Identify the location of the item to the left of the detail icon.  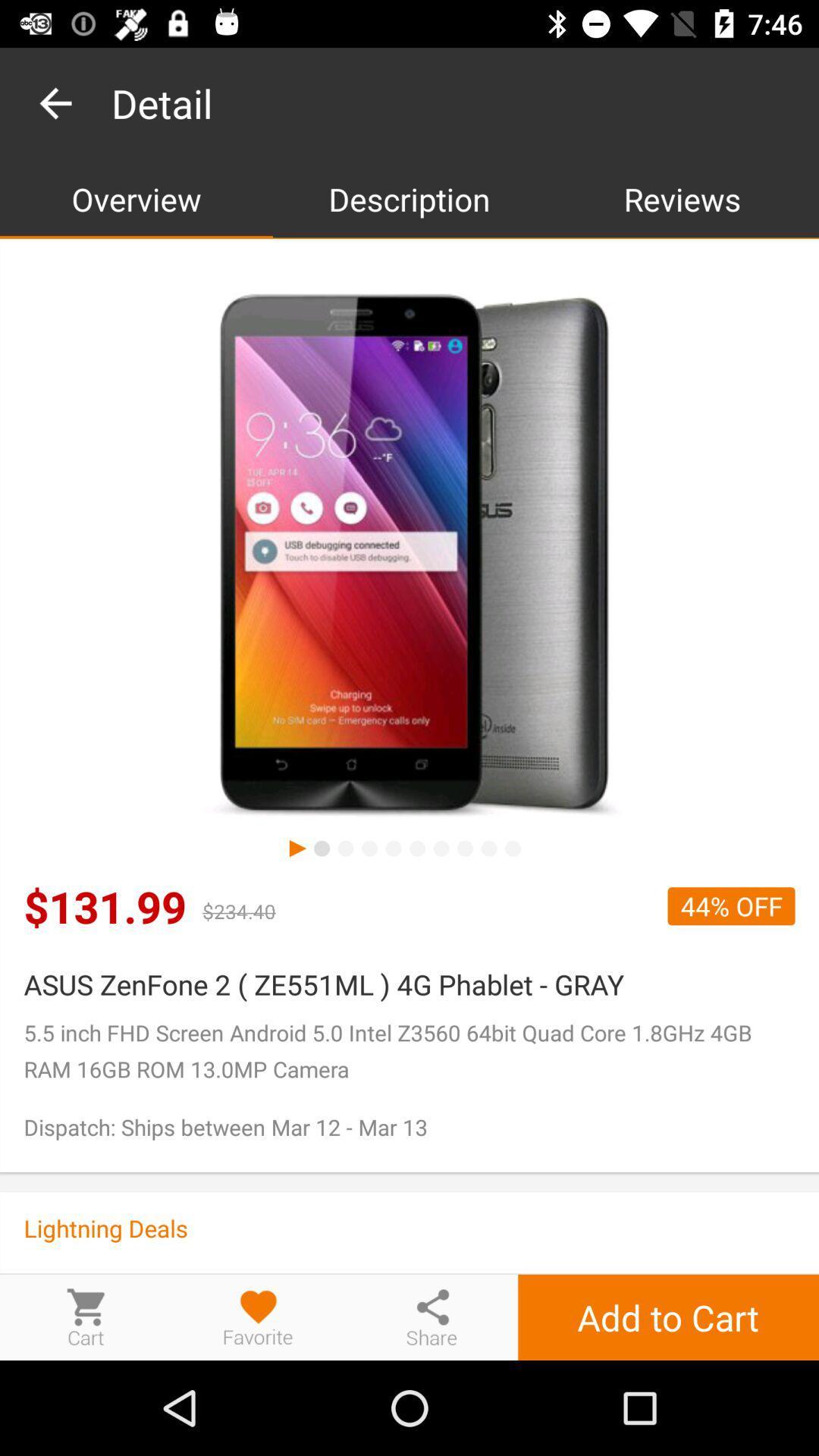
(55, 102).